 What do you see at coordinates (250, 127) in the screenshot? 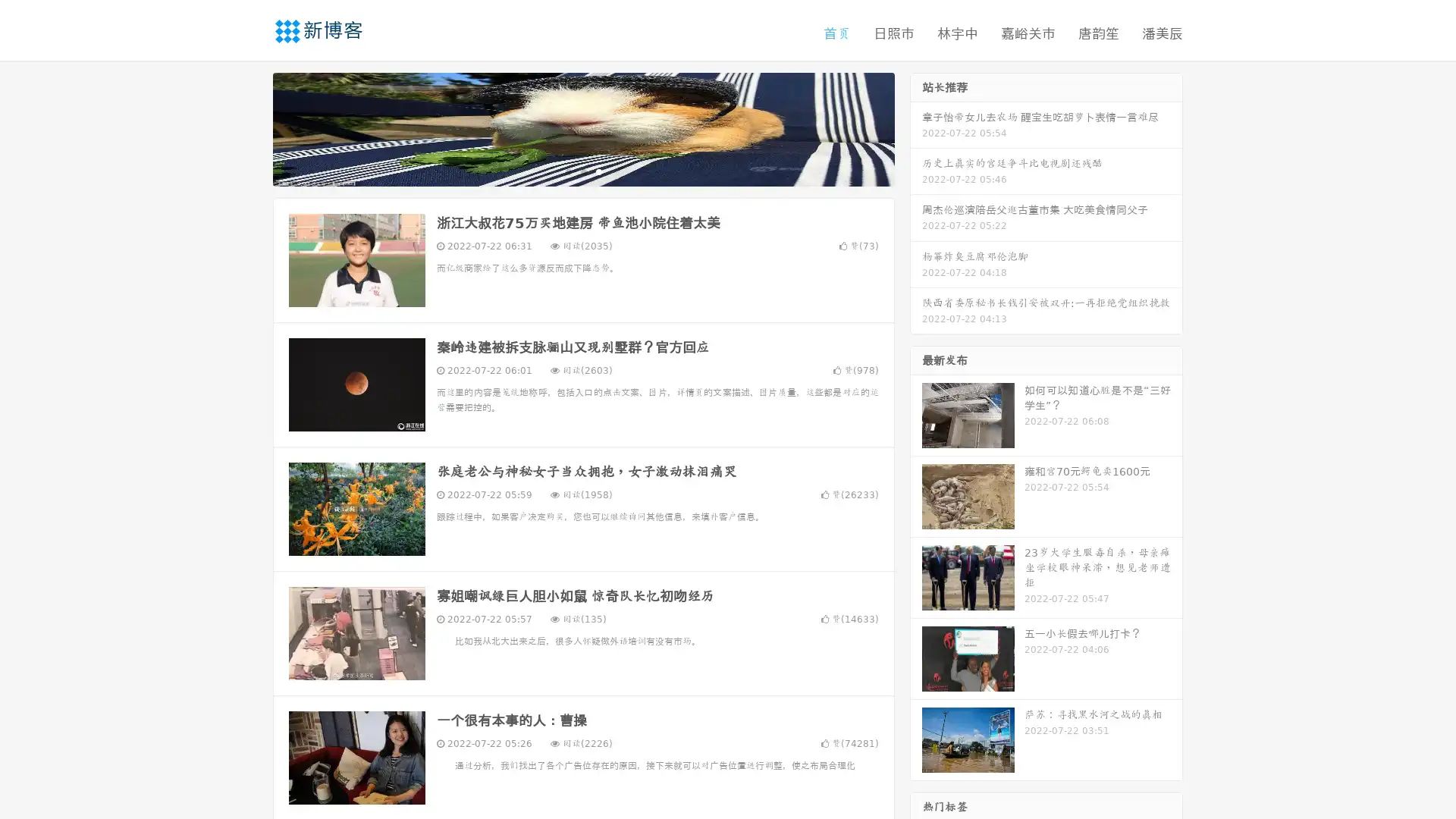
I see `Previous slide` at bounding box center [250, 127].